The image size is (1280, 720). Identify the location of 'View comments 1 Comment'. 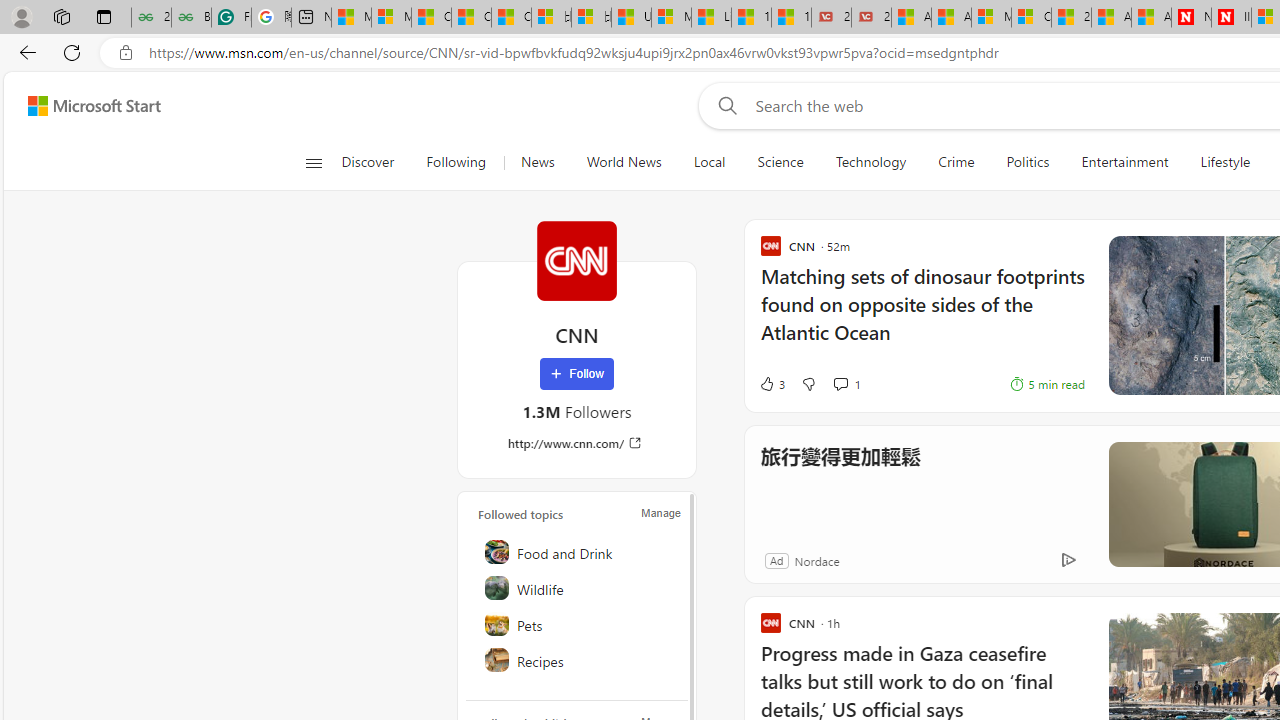
(840, 383).